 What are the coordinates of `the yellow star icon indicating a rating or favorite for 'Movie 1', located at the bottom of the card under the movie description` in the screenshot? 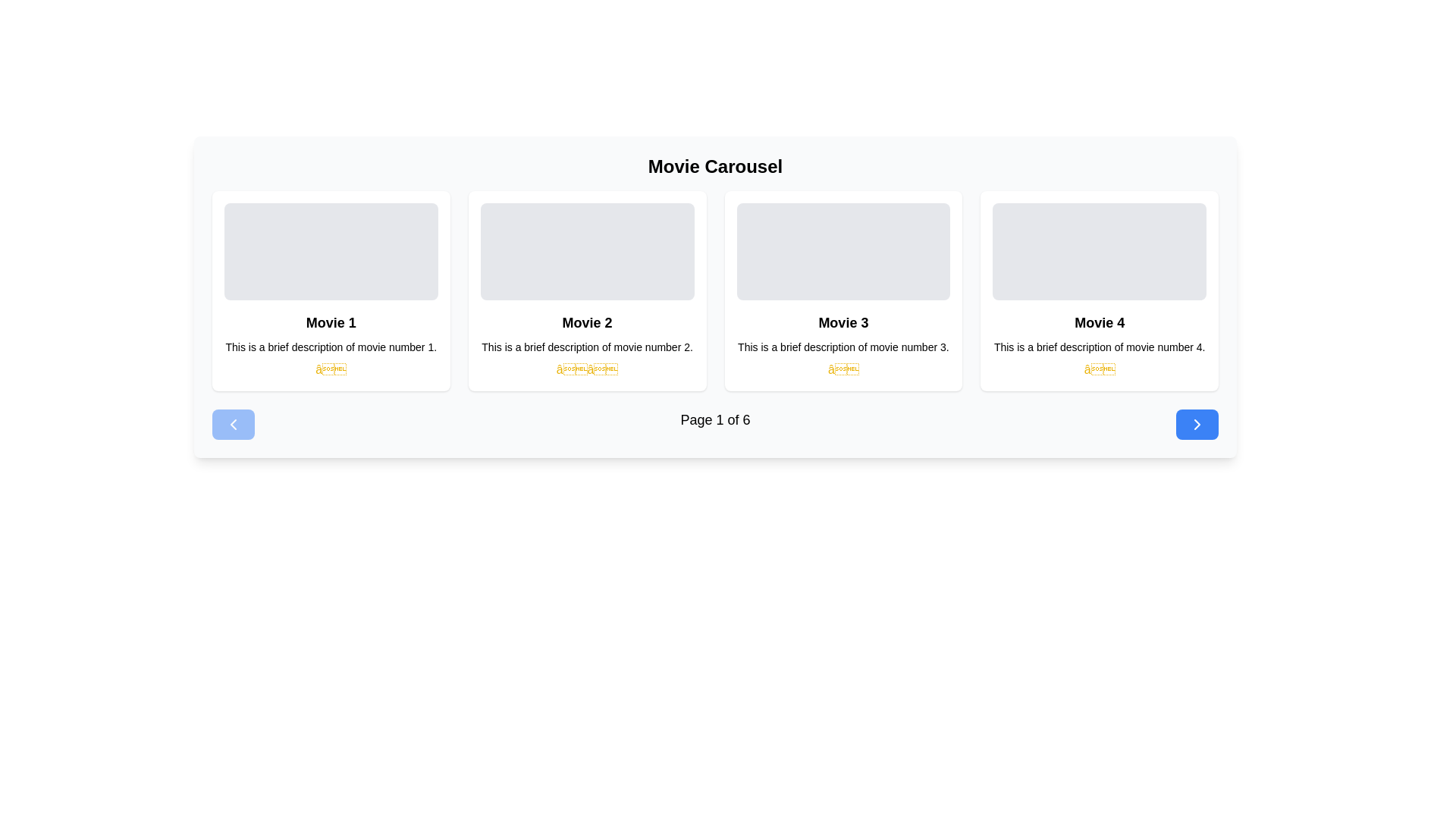 It's located at (330, 370).